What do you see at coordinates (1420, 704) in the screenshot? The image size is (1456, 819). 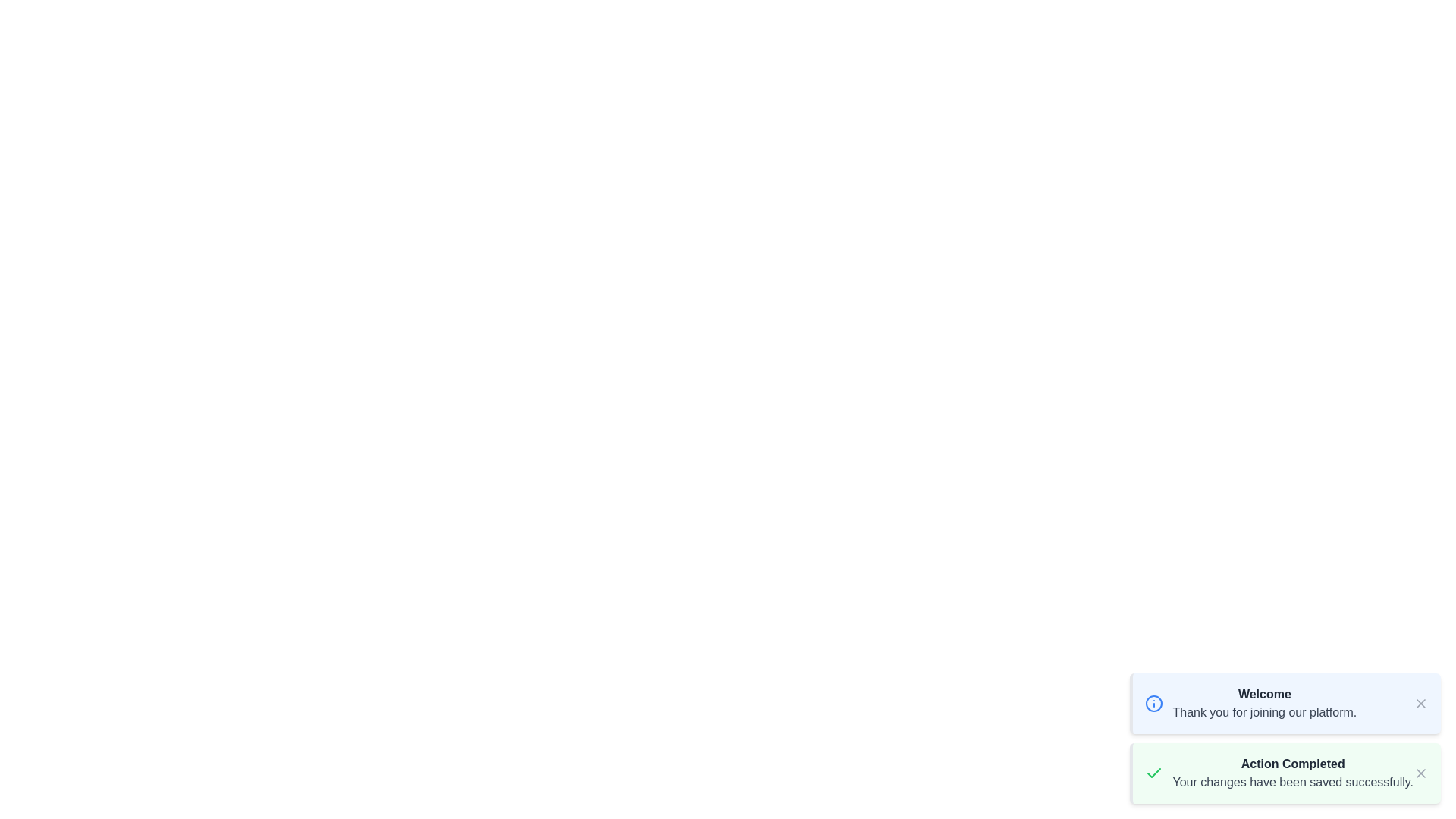 I see `the close button of the notification` at bounding box center [1420, 704].